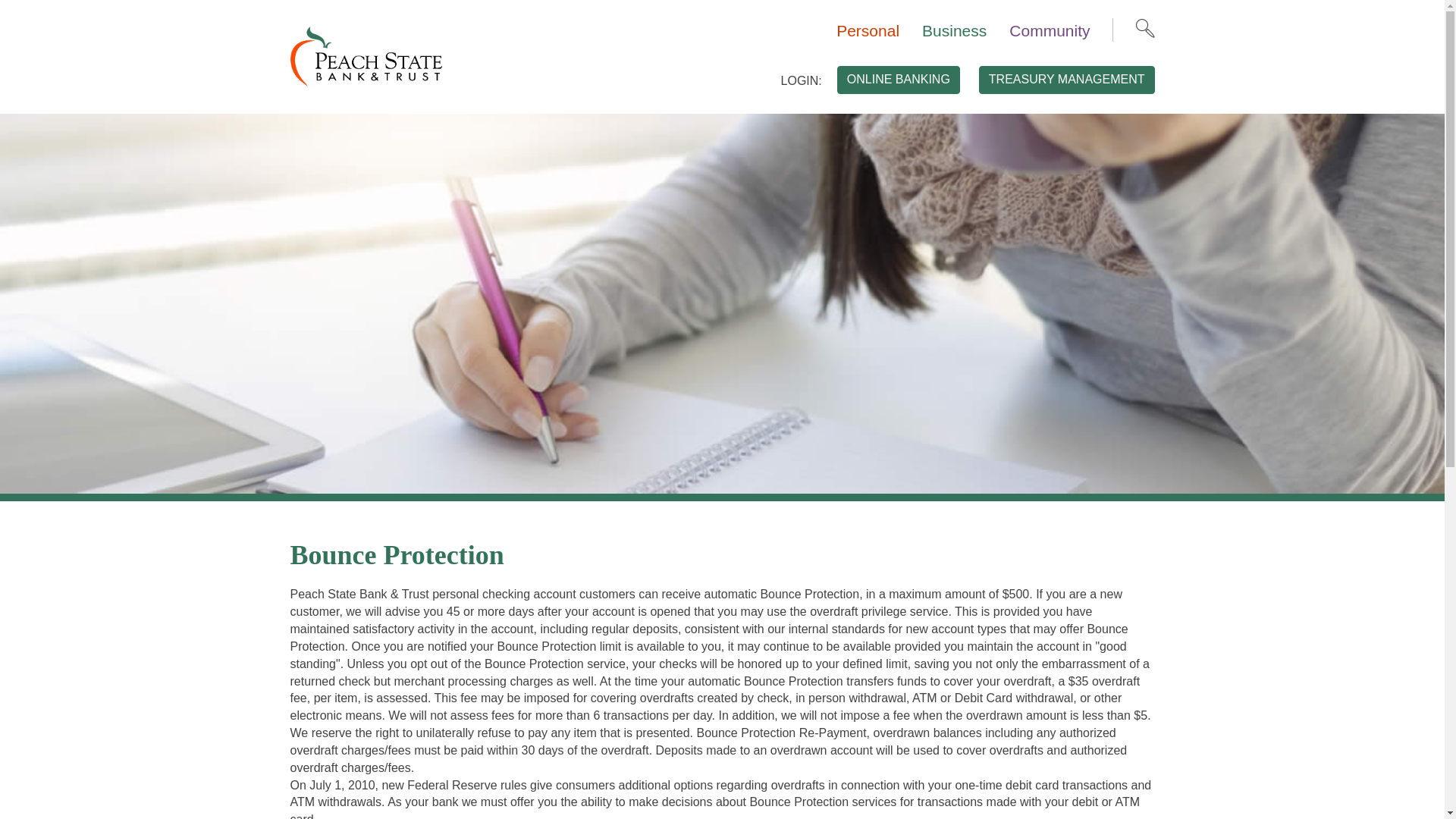 The height and width of the screenshot is (819, 1456). I want to click on 'Peach State Bank & Trust, Gainesville, GA', so click(365, 55).